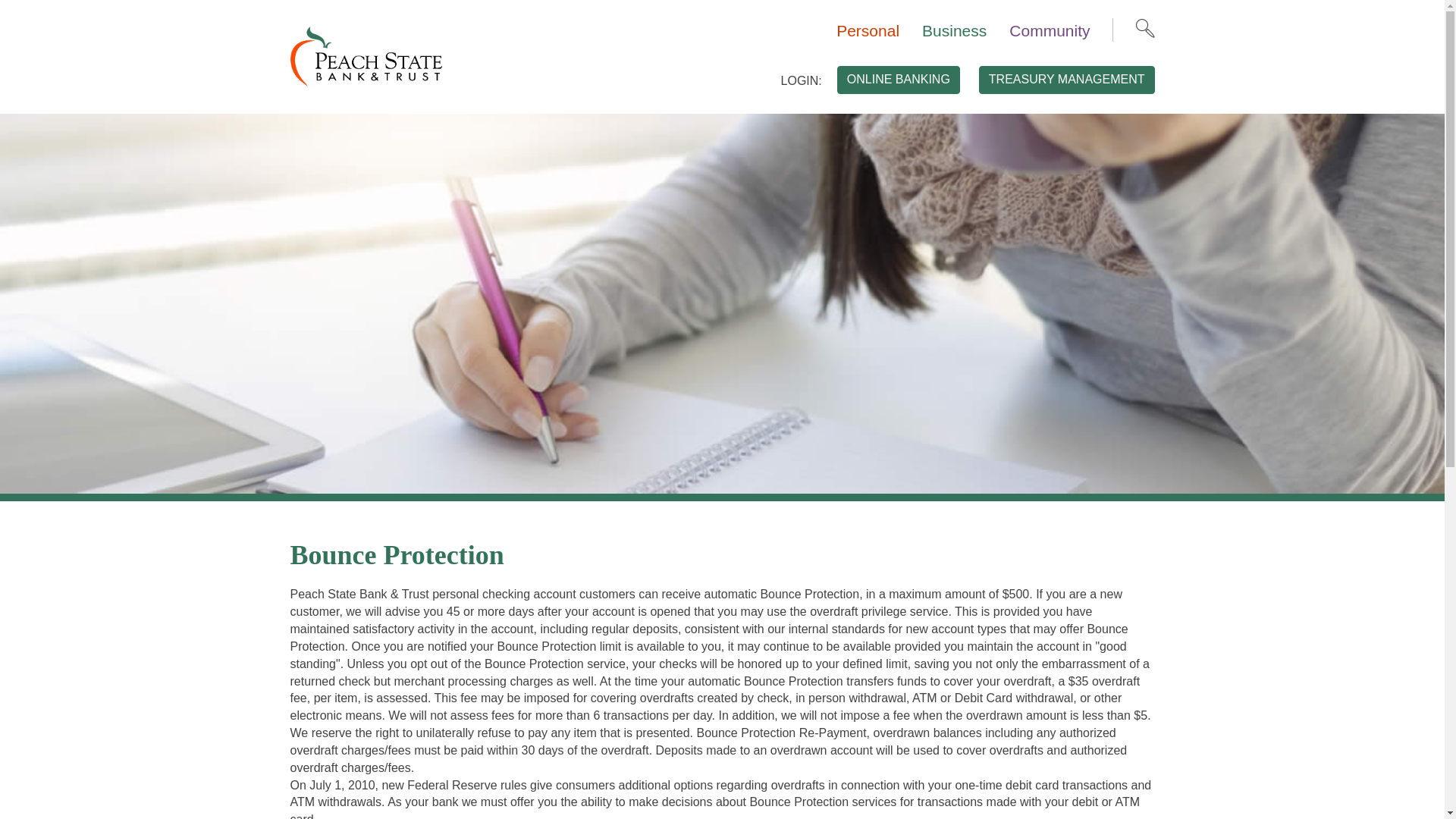 The height and width of the screenshot is (819, 1456). I want to click on 'Peach State Bank & Trust, Gainesville, GA', so click(365, 55).